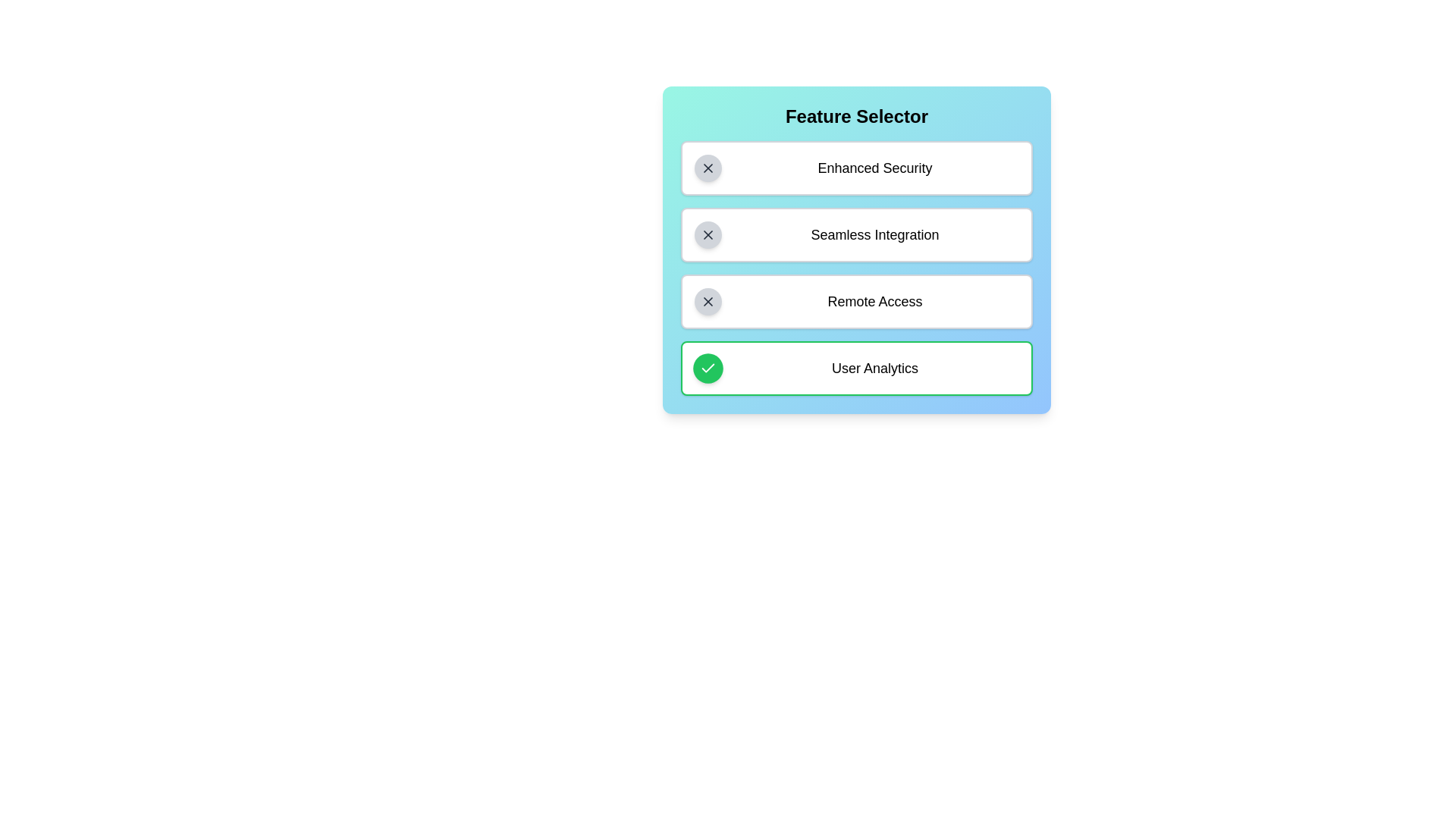  I want to click on the feature Remote Access by clicking its button, so click(708, 301).